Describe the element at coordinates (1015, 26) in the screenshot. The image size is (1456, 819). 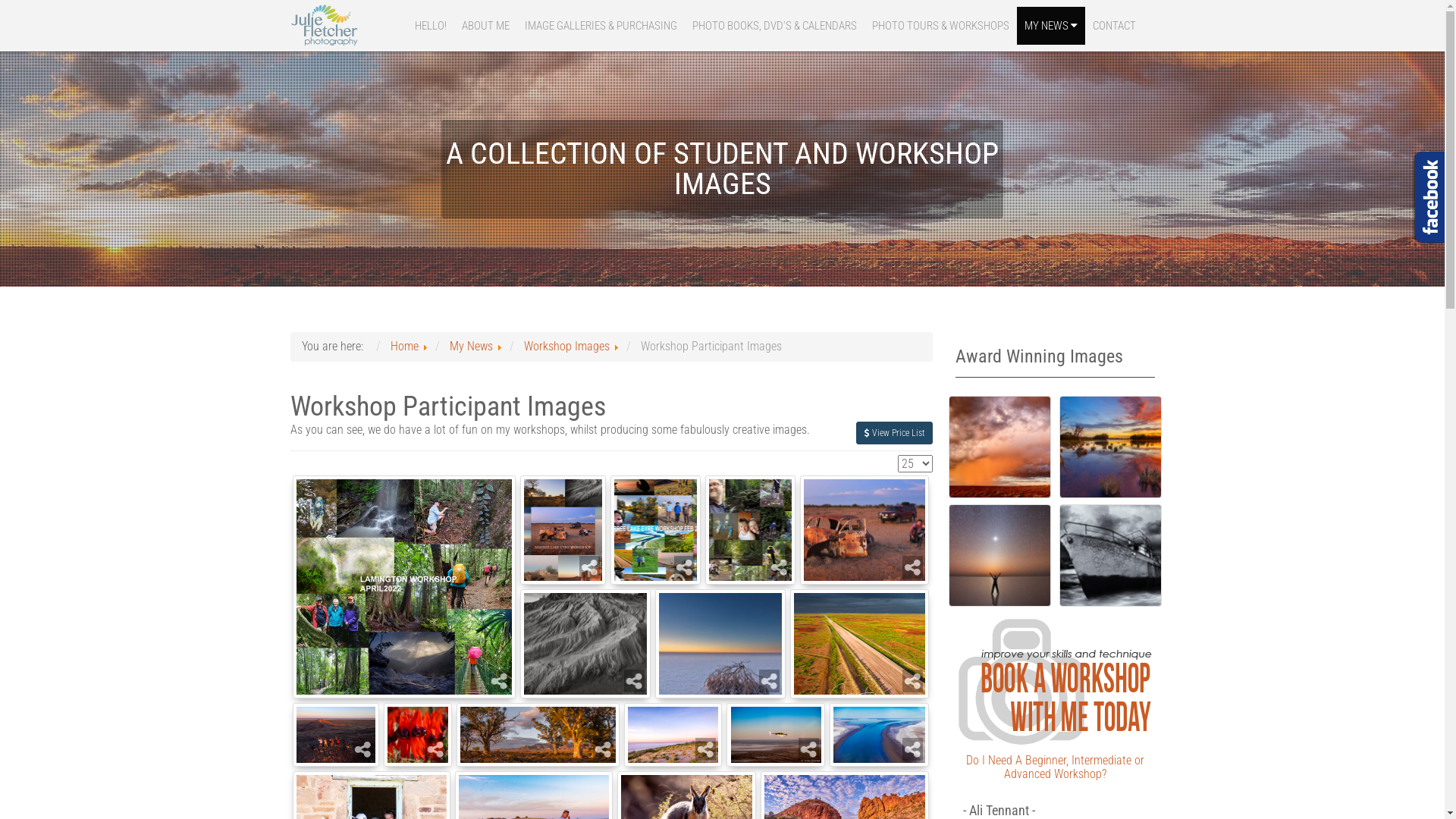
I see `'MY NEWS'` at that location.